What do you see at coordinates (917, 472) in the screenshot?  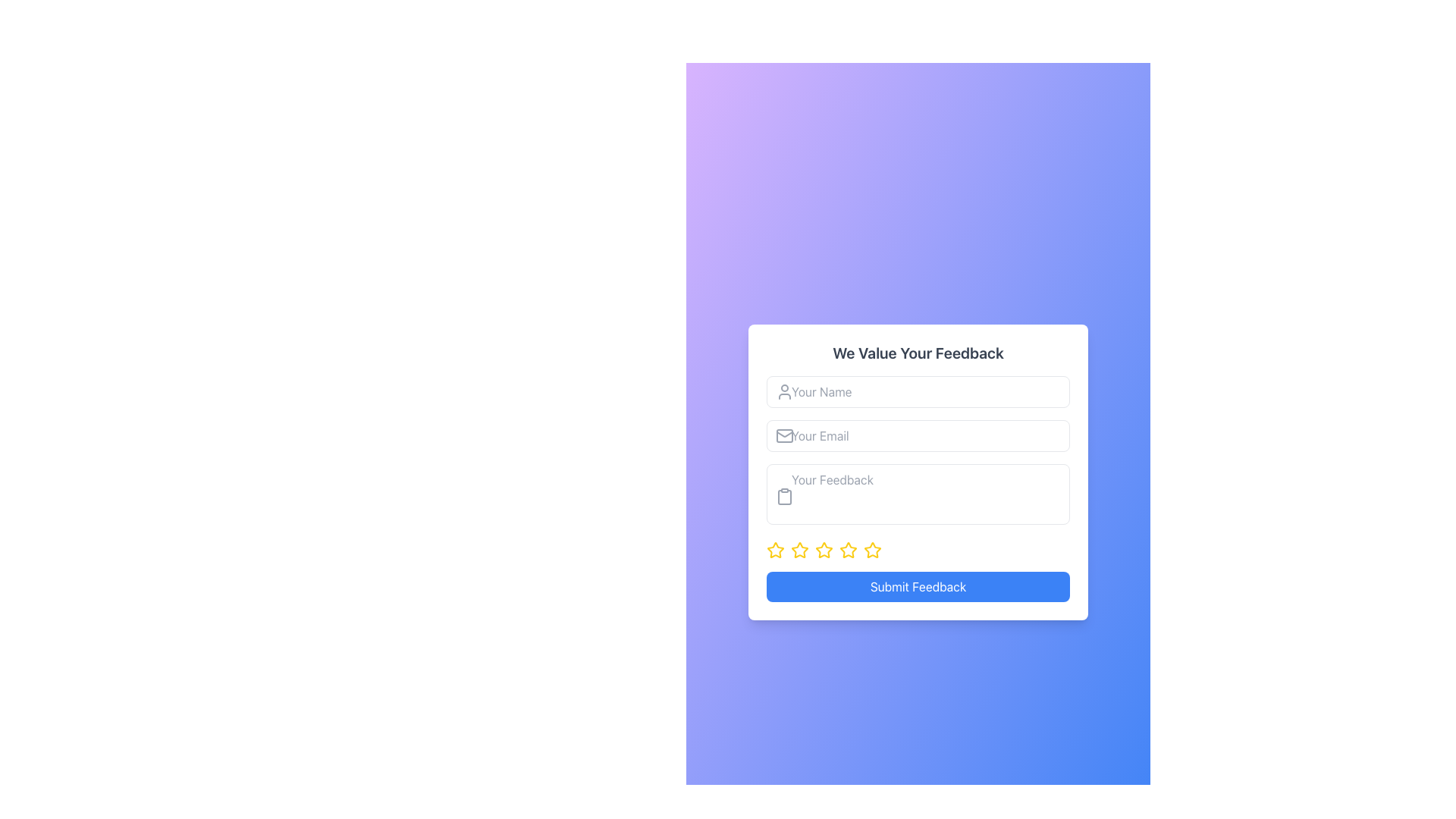 I see `in the input field of the card-style feedback form labeled 'We Value Your Feedback' to focus on it` at bounding box center [917, 472].